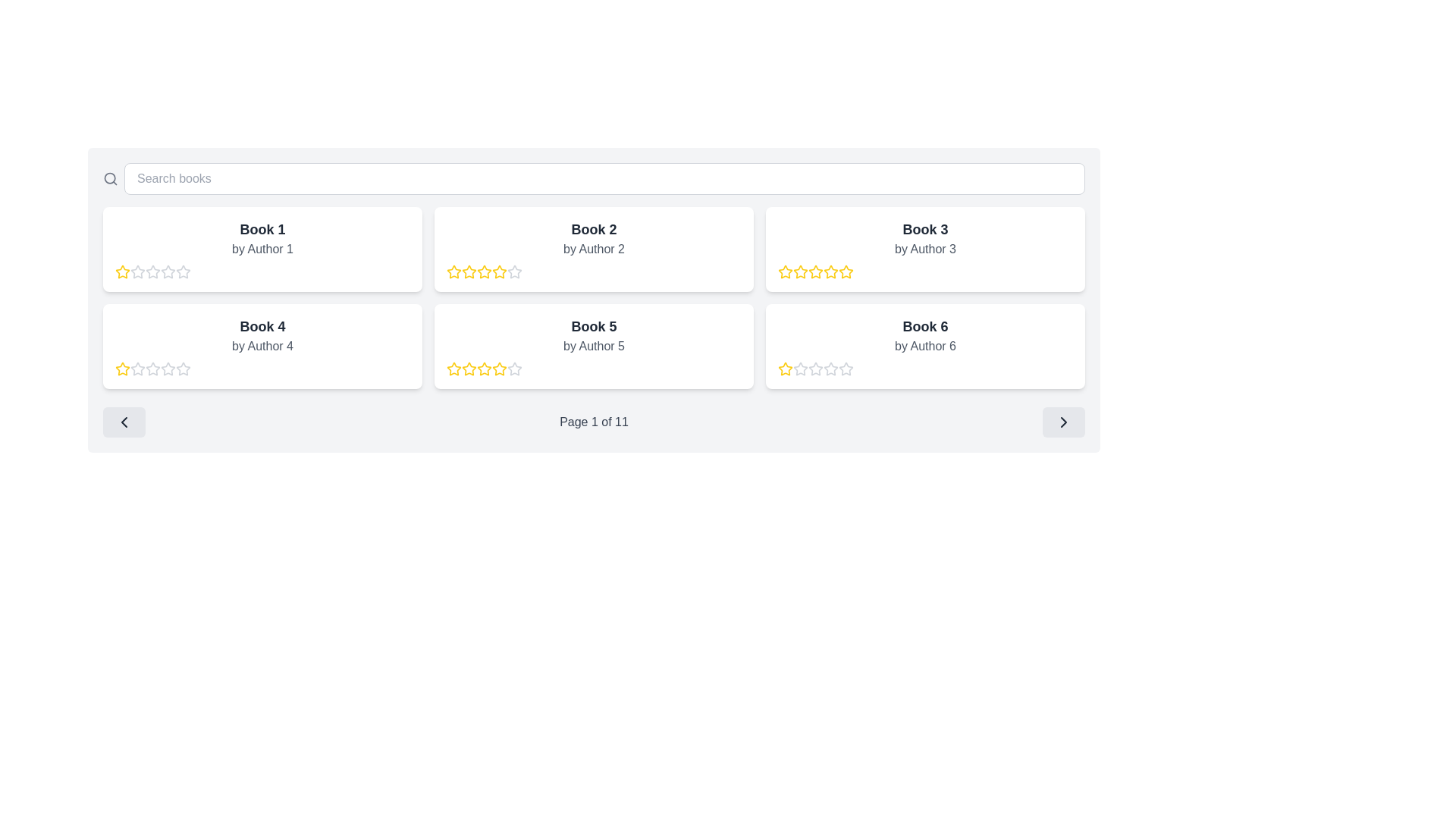 The image size is (1456, 819). Describe the element at coordinates (846, 369) in the screenshot. I see `the second star icon in the 5-star rating system for 'Book 6' by Author 6` at that location.